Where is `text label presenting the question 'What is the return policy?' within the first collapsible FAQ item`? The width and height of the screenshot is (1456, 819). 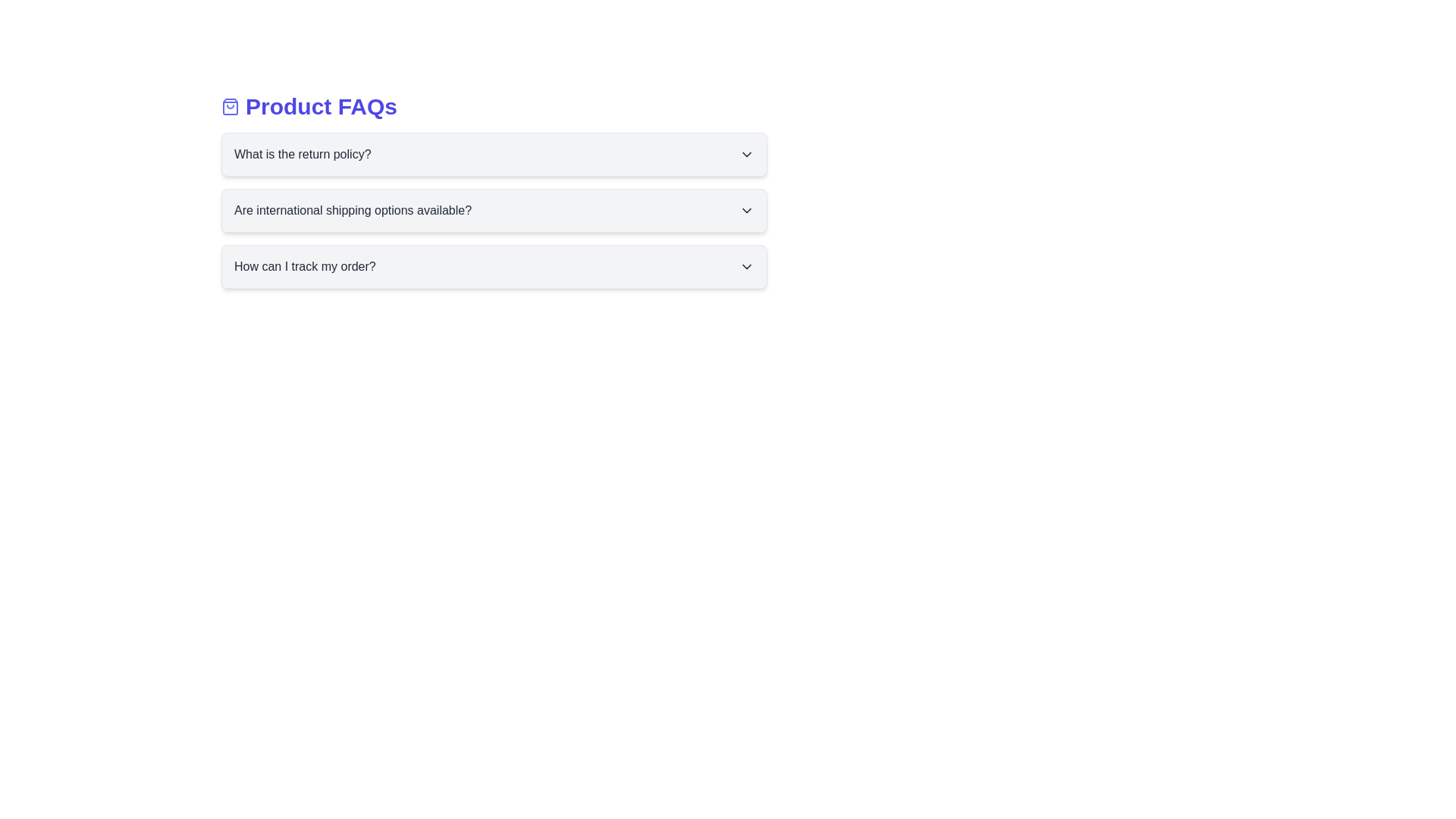
text label presenting the question 'What is the return policy?' within the first collapsible FAQ item is located at coordinates (303, 155).